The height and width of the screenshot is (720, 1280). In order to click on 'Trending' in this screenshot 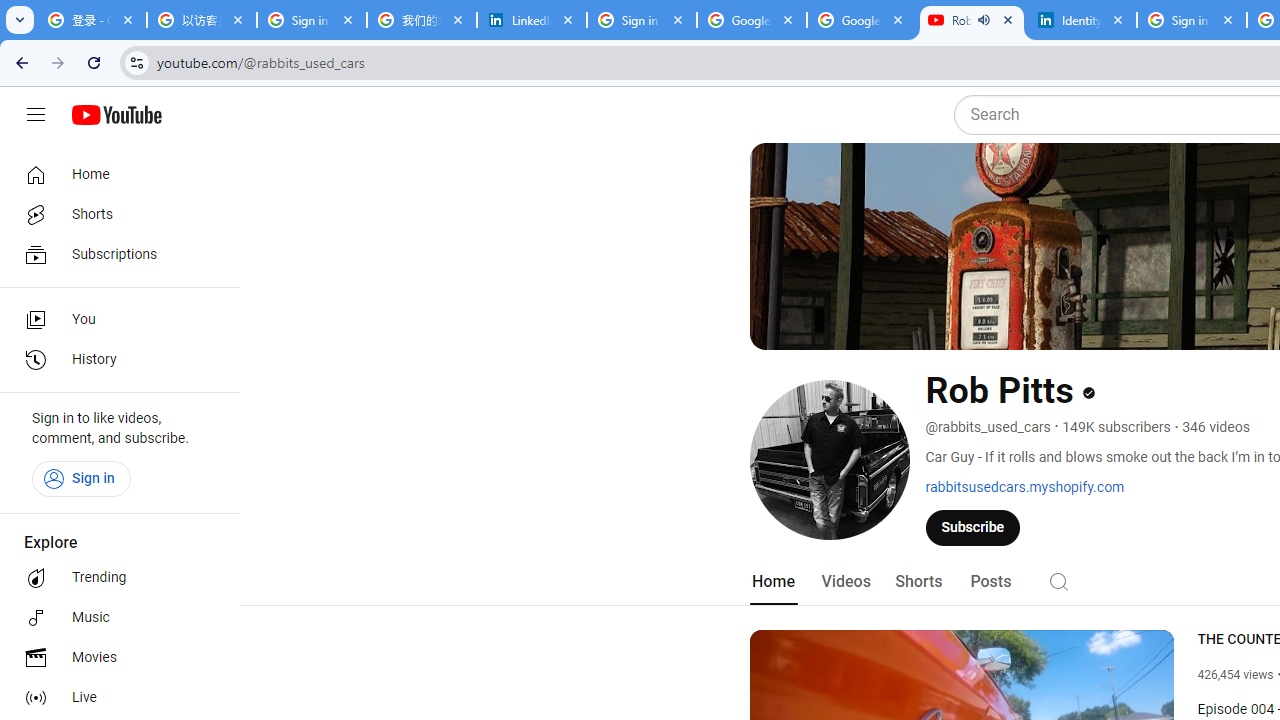, I will do `click(112, 578)`.